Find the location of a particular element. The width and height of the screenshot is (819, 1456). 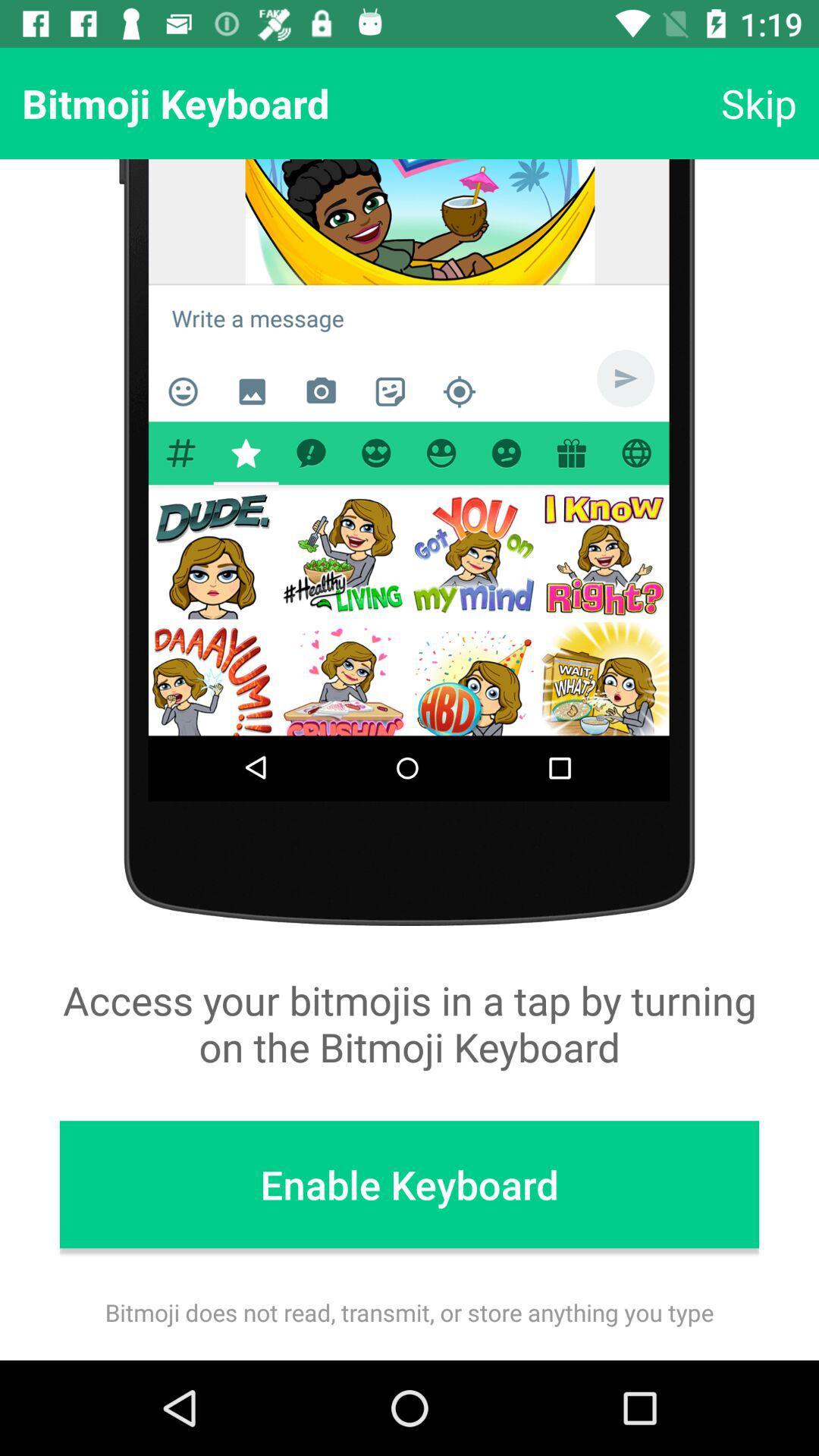

enable keyboard icon is located at coordinates (409, 1184).